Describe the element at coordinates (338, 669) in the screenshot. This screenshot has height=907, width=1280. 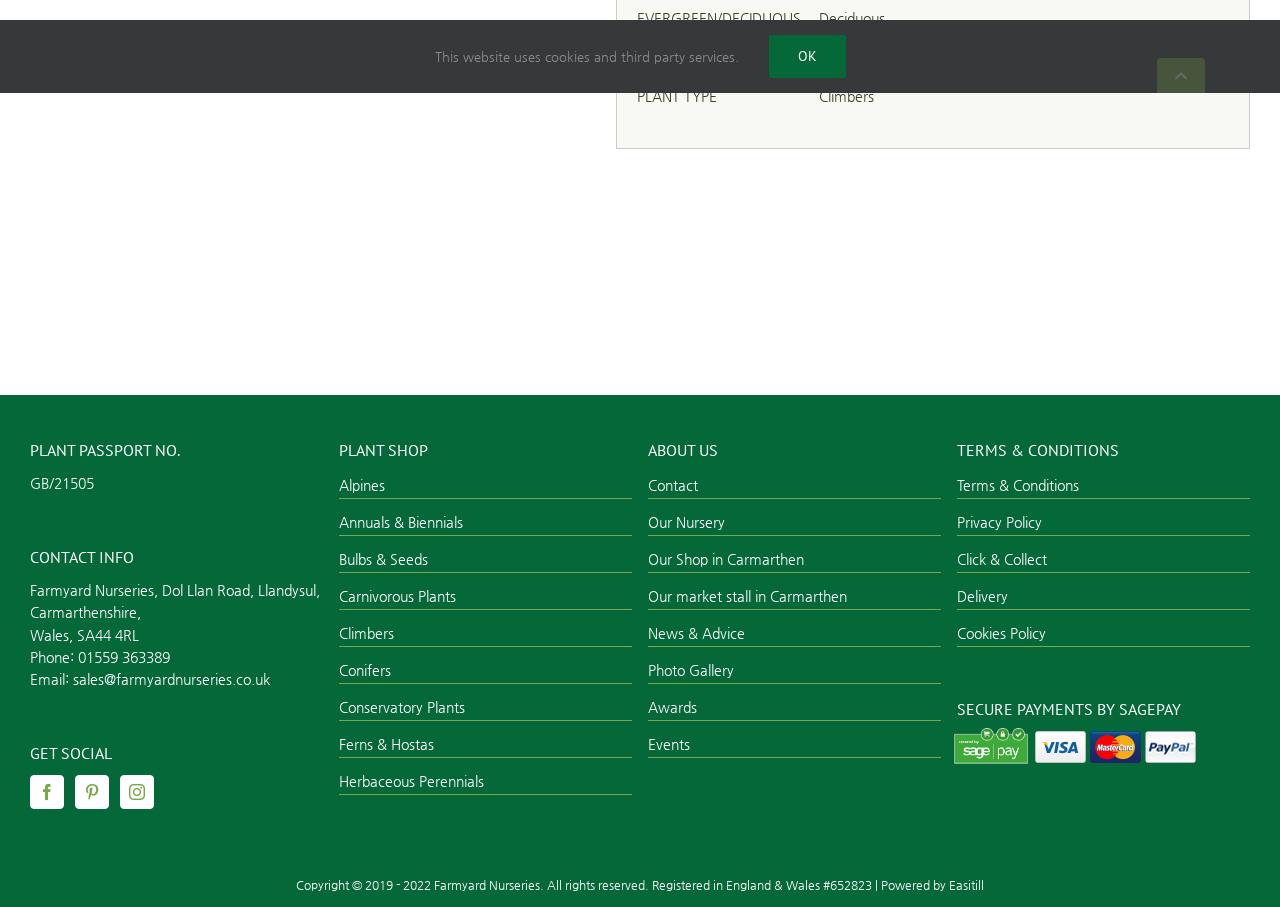
I see `'Conifers'` at that location.